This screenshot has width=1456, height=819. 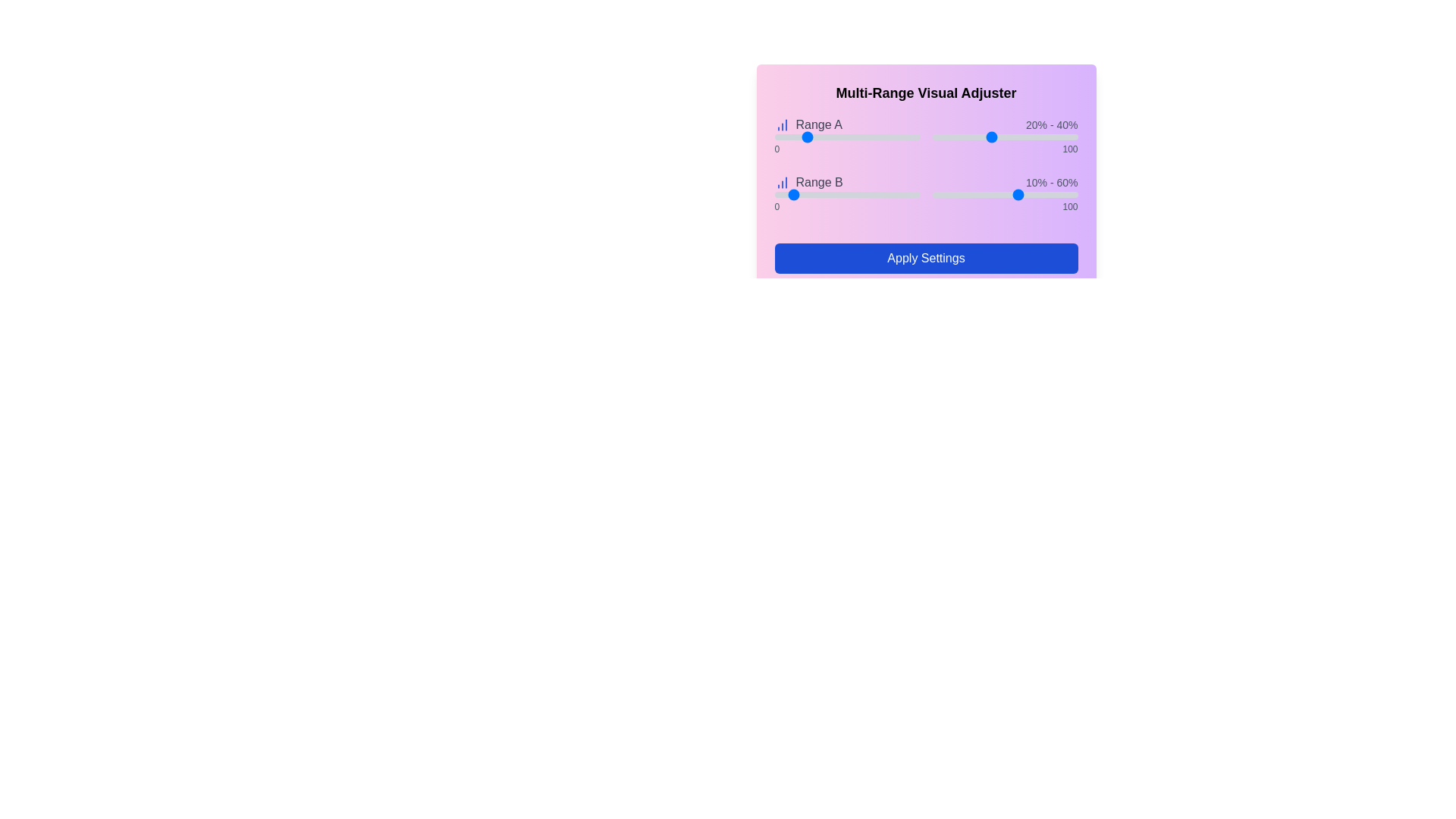 What do you see at coordinates (811, 194) in the screenshot?
I see `the Range B slider position` at bounding box center [811, 194].